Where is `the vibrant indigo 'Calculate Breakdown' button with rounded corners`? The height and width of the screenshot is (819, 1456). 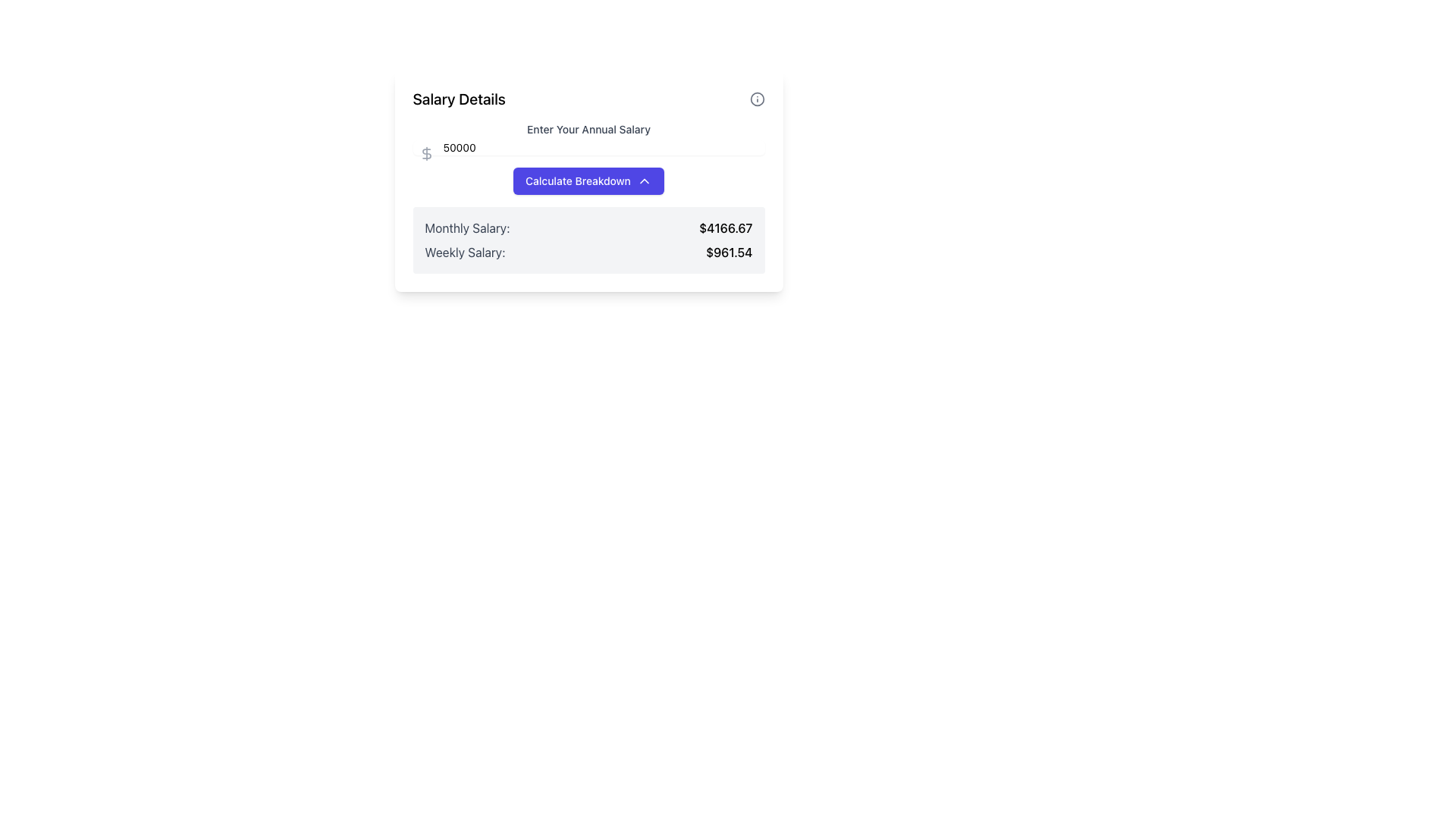
the vibrant indigo 'Calculate Breakdown' button with rounded corners is located at coordinates (588, 180).